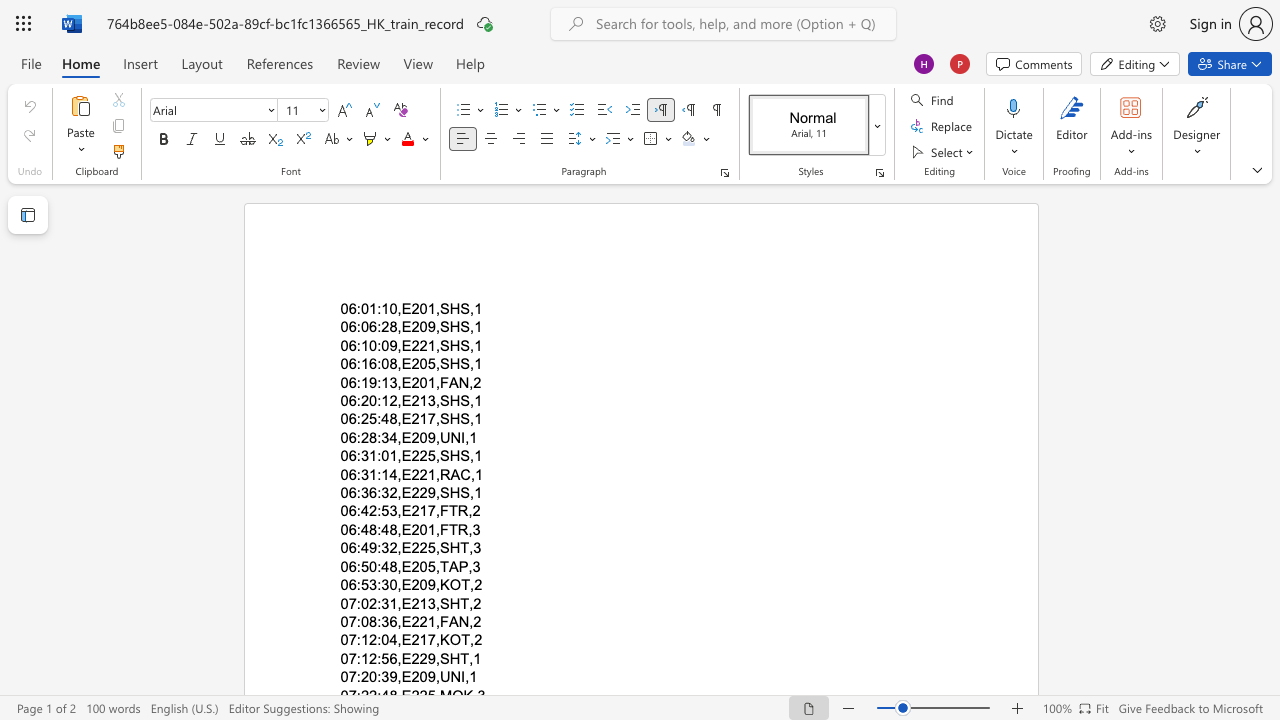 The width and height of the screenshot is (1280, 720). What do you see at coordinates (381, 602) in the screenshot?
I see `the subset text "31,E21" within the text "07:02:31,E213,SHT,2"` at bounding box center [381, 602].